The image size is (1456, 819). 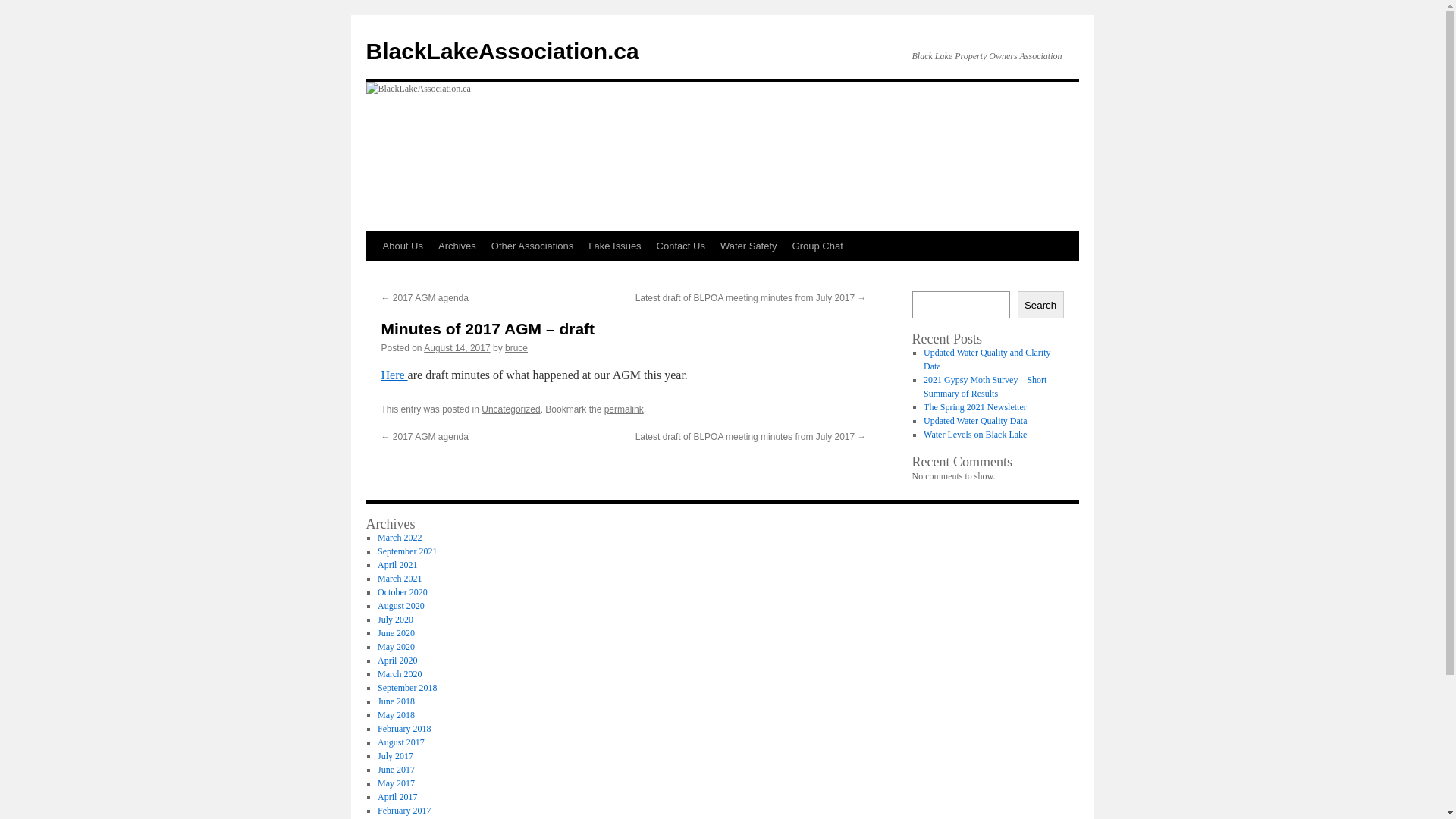 I want to click on 'August 2017', so click(x=400, y=742).